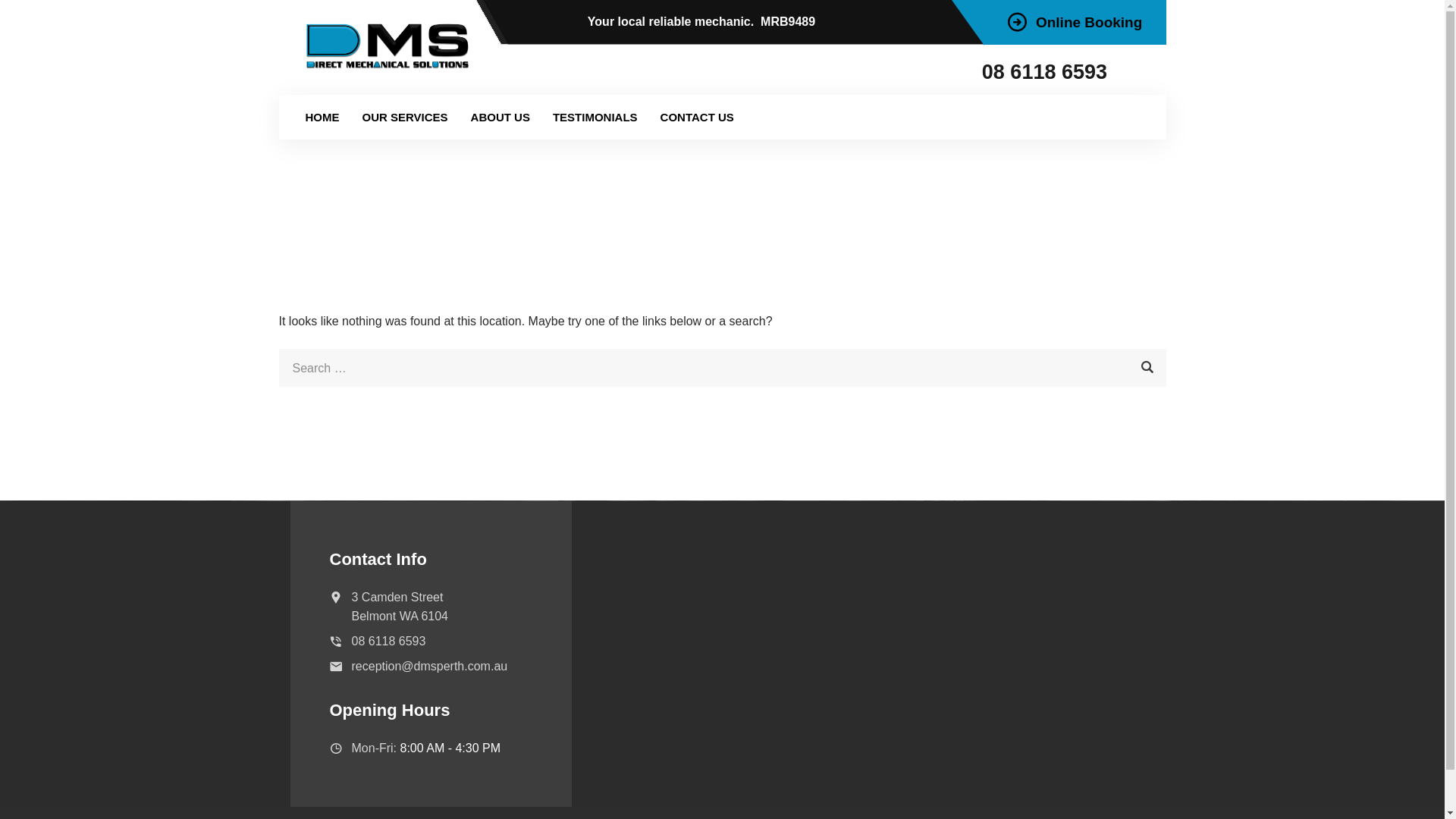 The image size is (1456, 819). Describe the element at coordinates (696, 116) in the screenshot. I see `'CONTACT US'` at that location.